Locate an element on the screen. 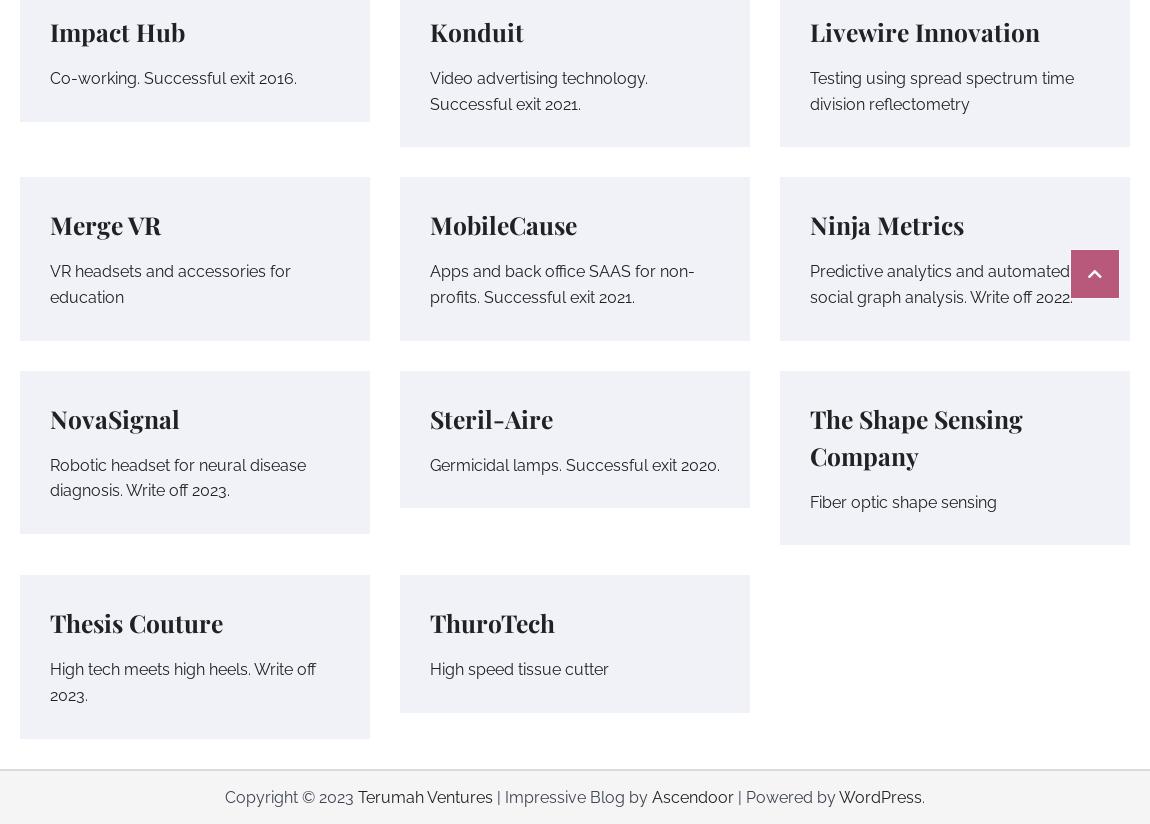 Image resolution: width=1150 pixels, height=824 pixels. 'Thesis Couture' is located at coordinates (135, 621).